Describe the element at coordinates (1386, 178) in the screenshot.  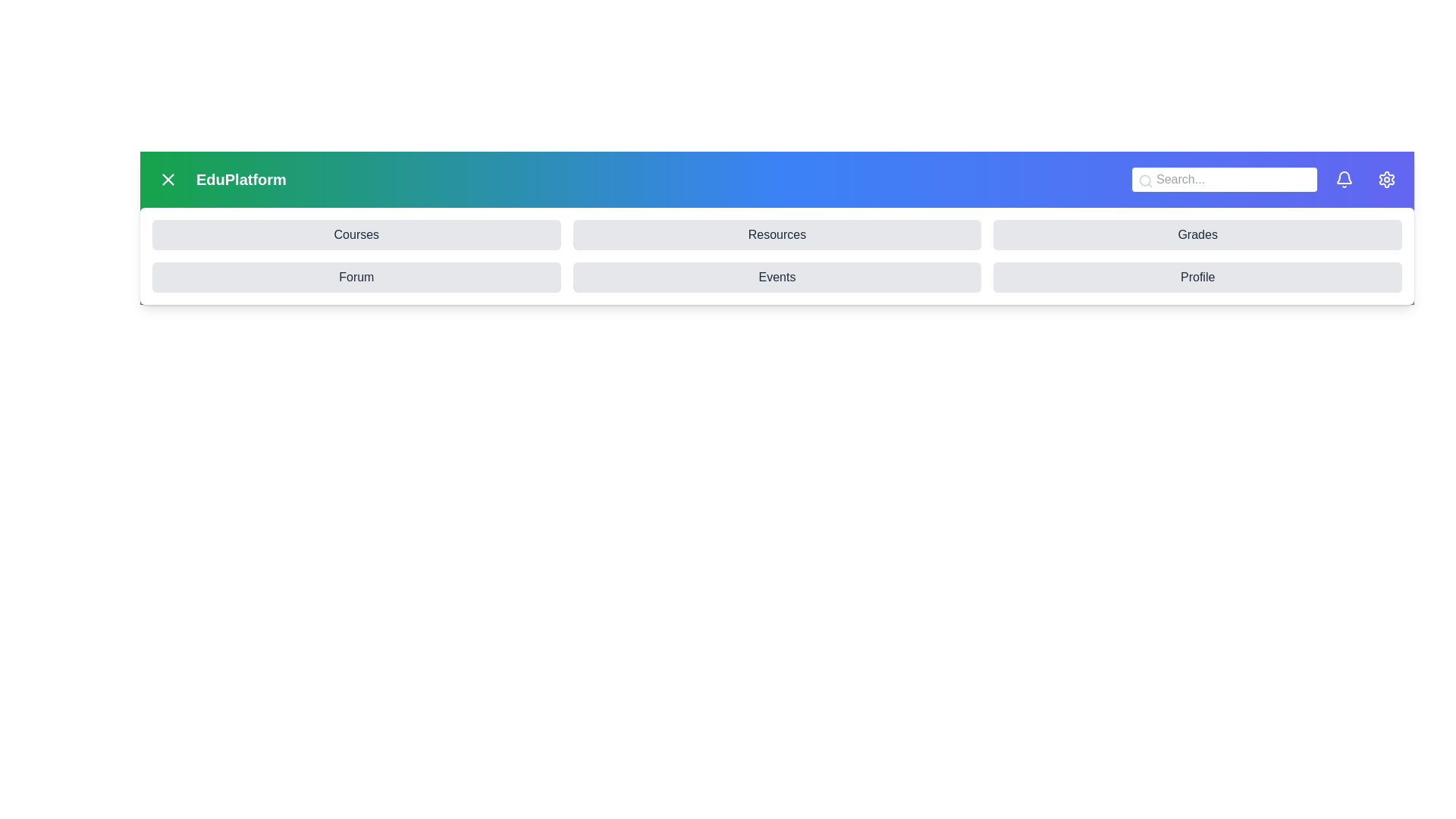
I see `the 'Settings' icon to open configuration options` at that location.